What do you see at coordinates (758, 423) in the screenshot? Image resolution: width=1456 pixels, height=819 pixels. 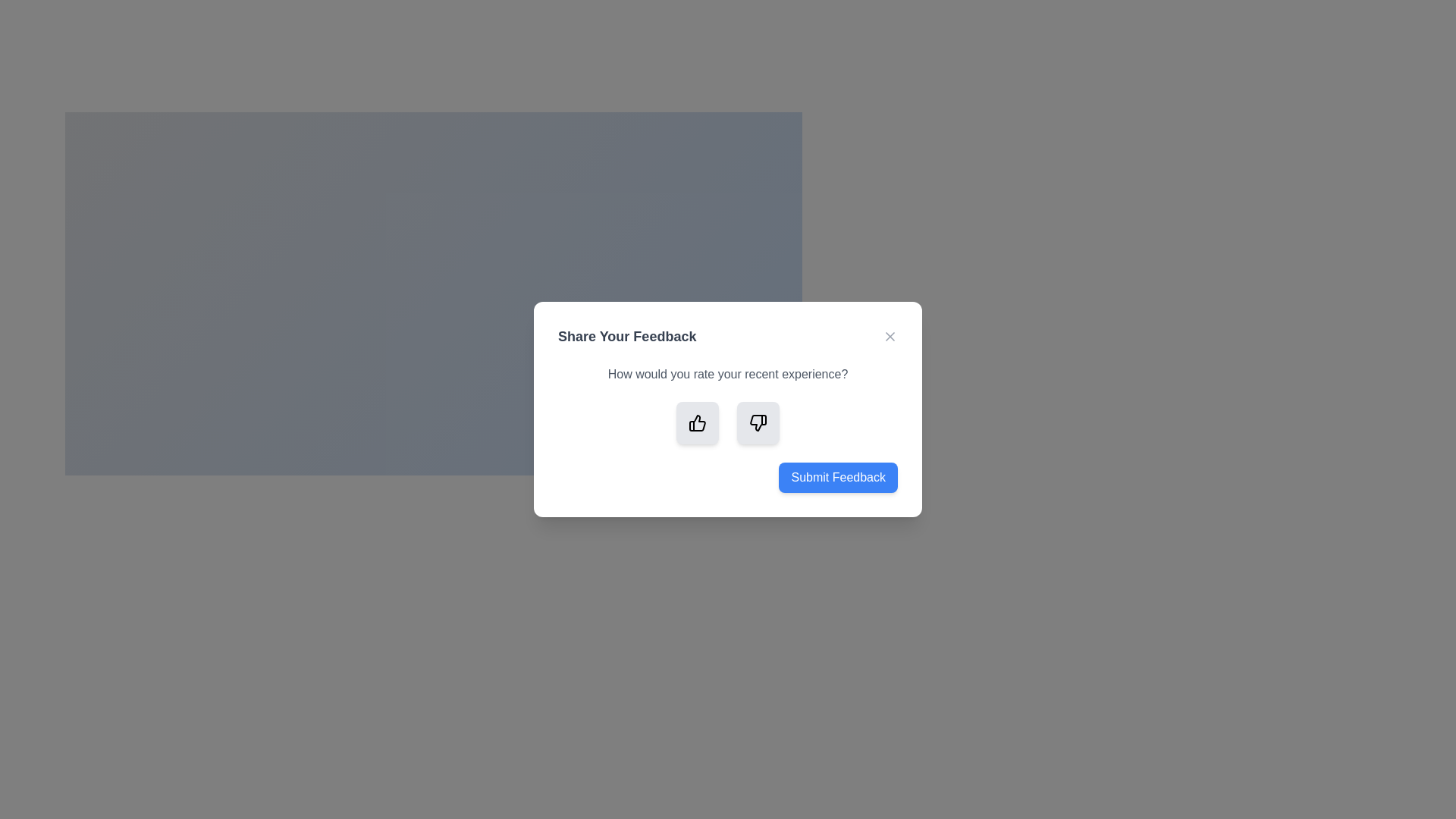 I see `the Icon Button for negative feedback, positioned below the question 'How would you rate your recent experience?'` at bounding box center [758, 423].